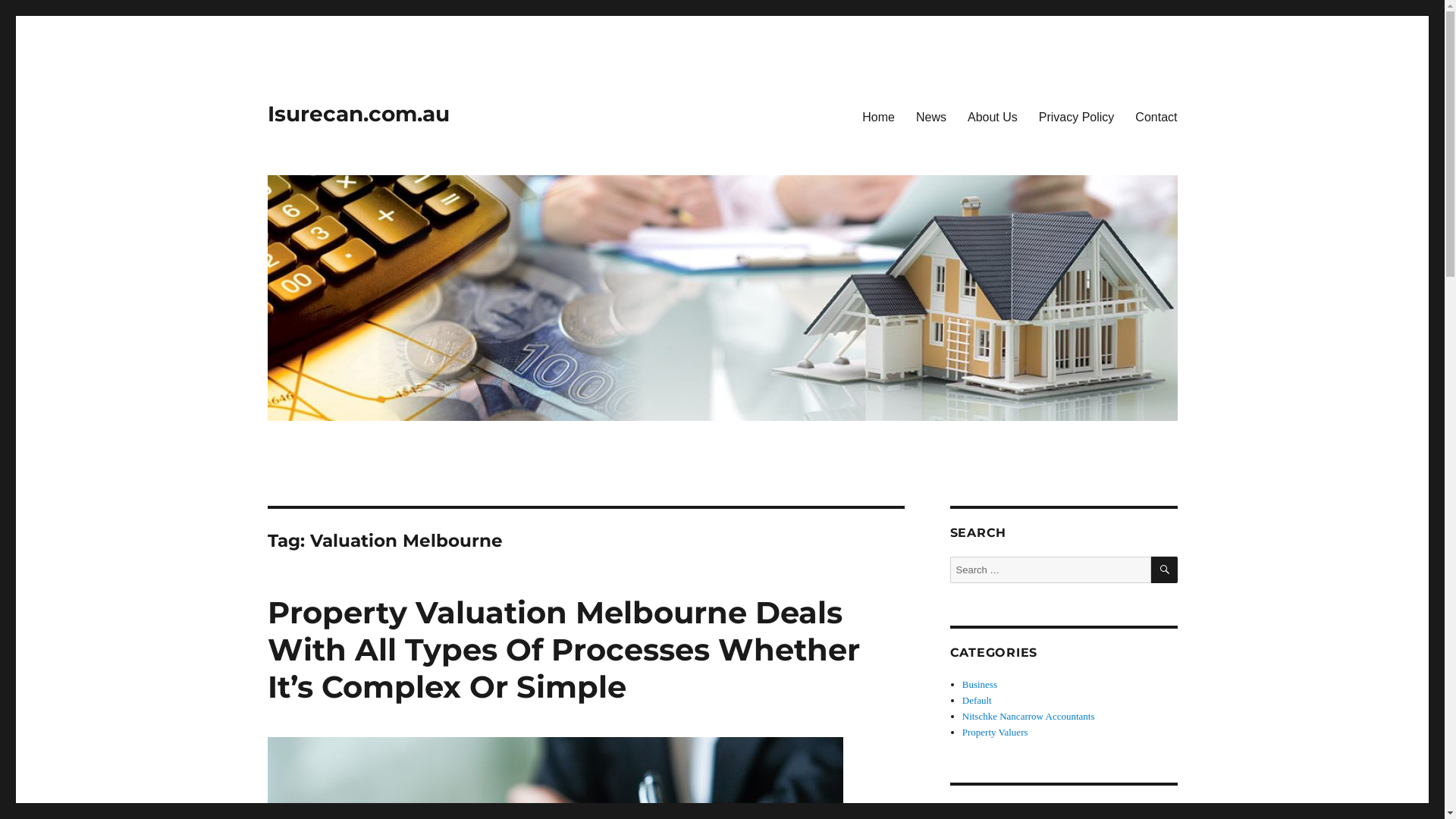 The height and width of the screenshot is (819, 1456). Describe the element at coordinates (1028, 116) in the screenshot. I see `'Privacy Policy'` at that location.